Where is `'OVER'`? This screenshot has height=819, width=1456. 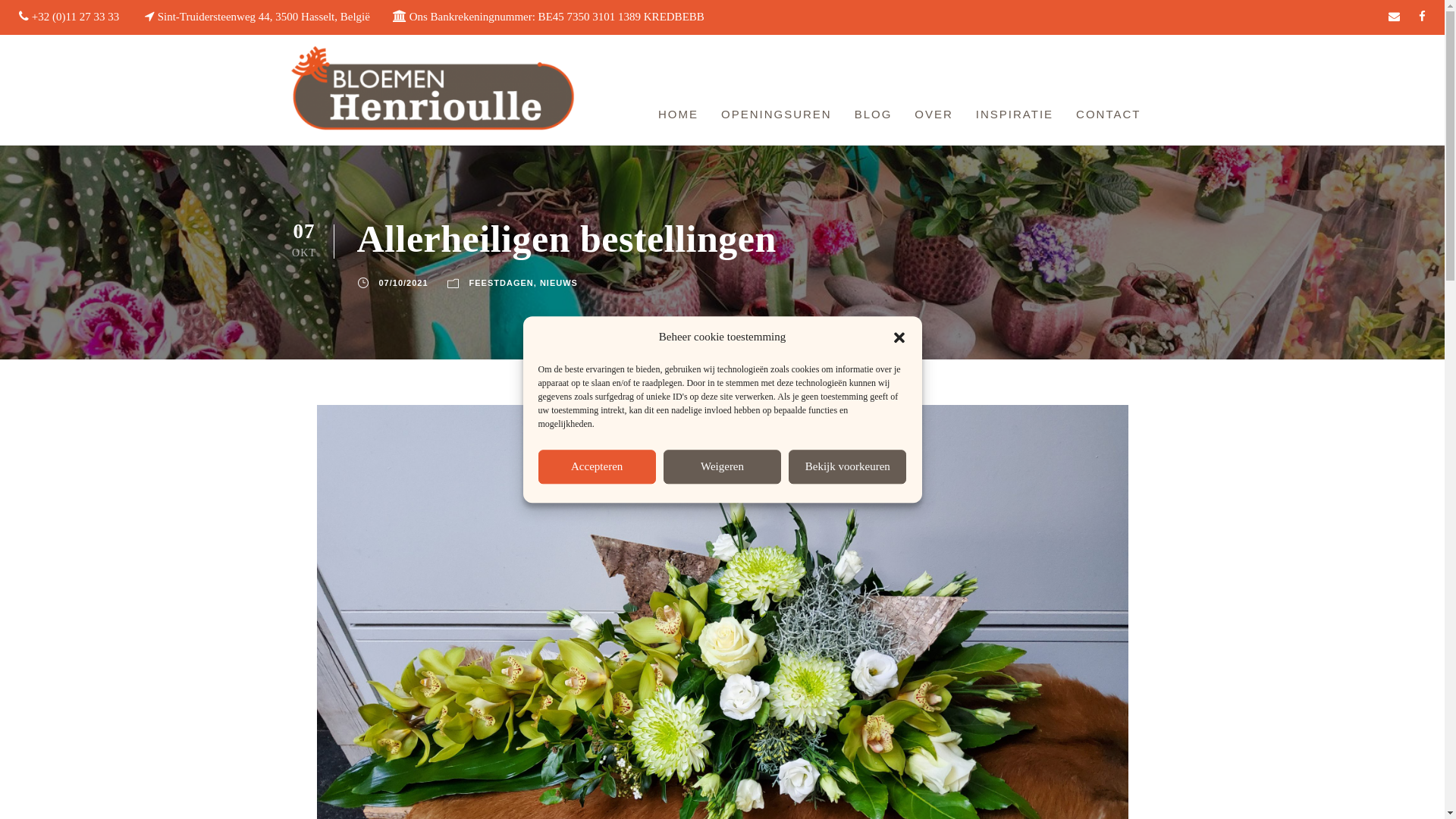 'OVER' is located at coordinates (913, 116).